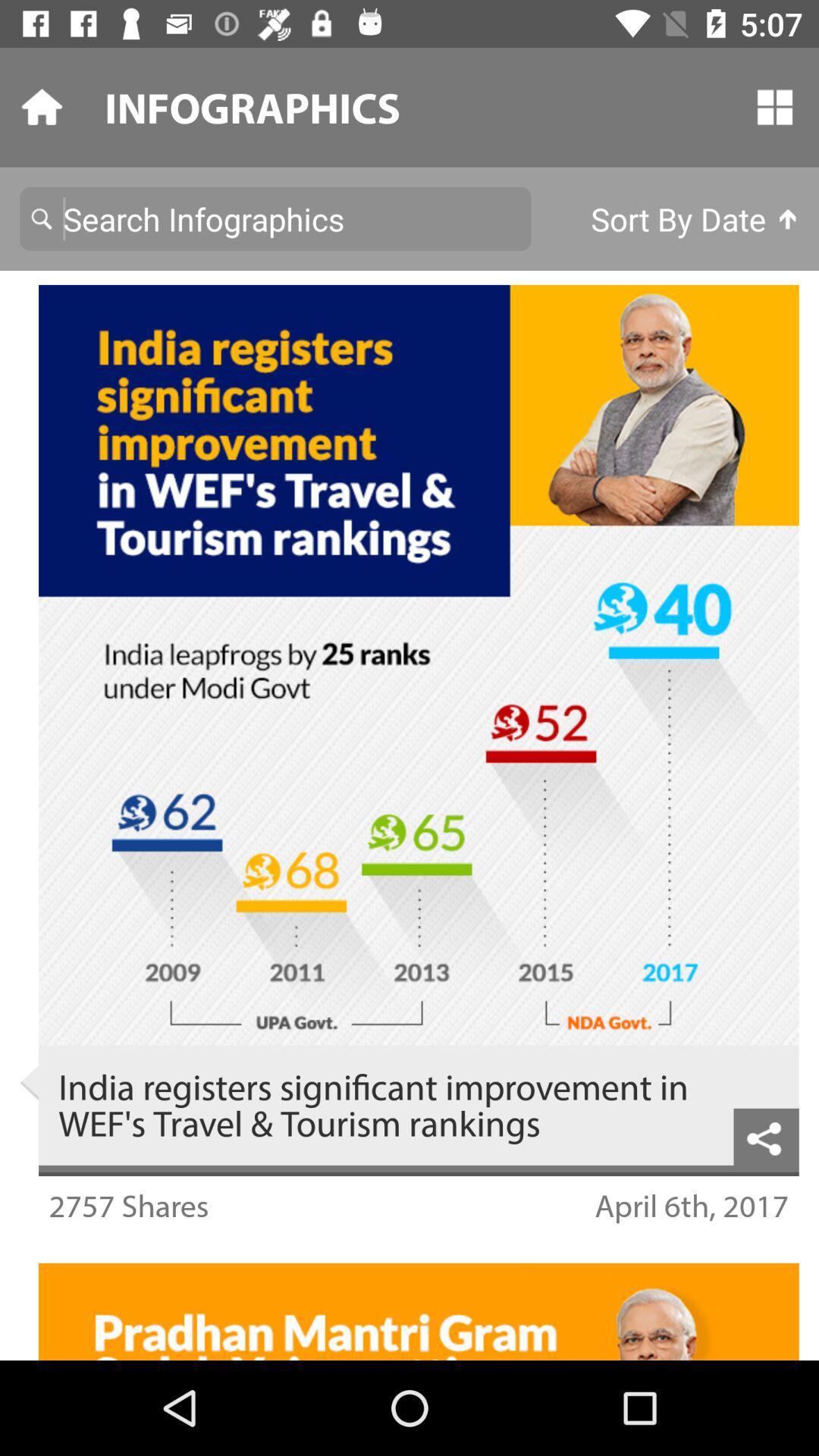 The width and height of the screenshot is (819, 1456). Describe the element at coordinates (127, 1204) in the screenshot. I see `the item next to the april 6th, 2017 item` at that location.